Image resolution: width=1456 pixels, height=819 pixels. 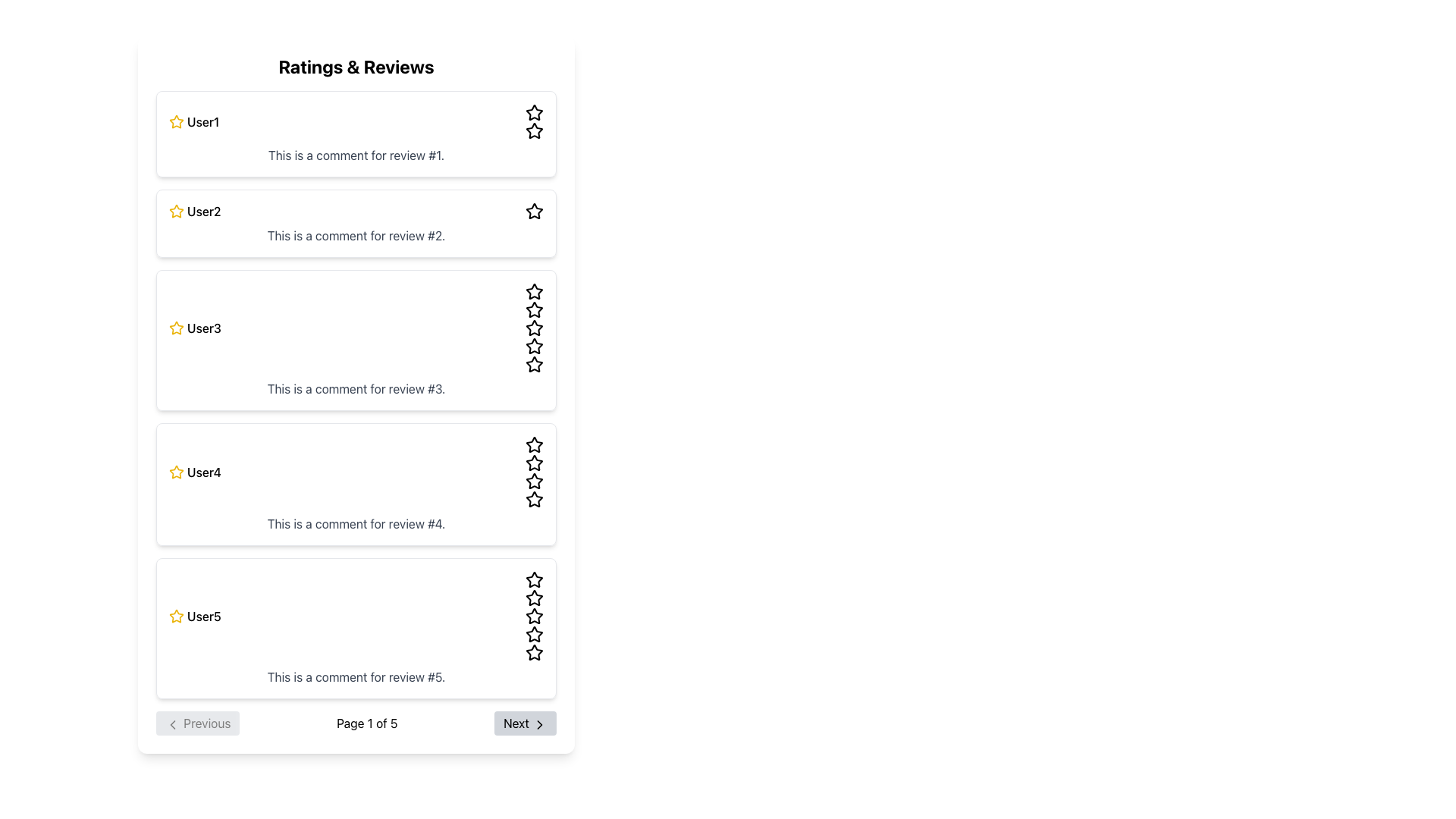 What do you see at coordinates (203, 211) in the screenshot?
I see `the text label identifying the author of the review, located in the 'Ratings & Reviews' section, positioned below 'User1' and above 'User3'` at bounding box center [203, 211].